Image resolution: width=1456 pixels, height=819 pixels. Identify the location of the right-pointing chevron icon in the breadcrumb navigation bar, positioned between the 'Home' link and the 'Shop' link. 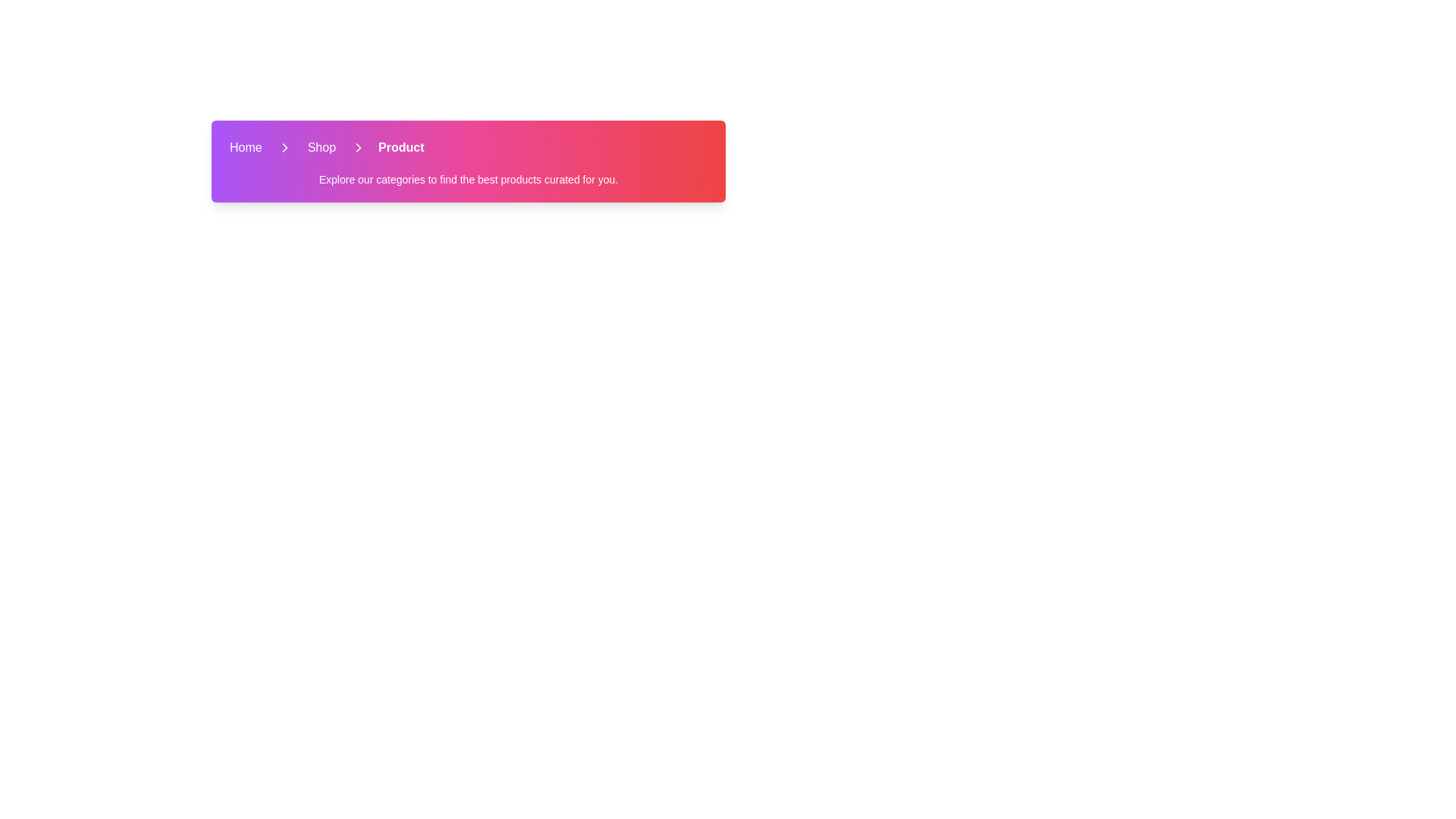
(284, 148).